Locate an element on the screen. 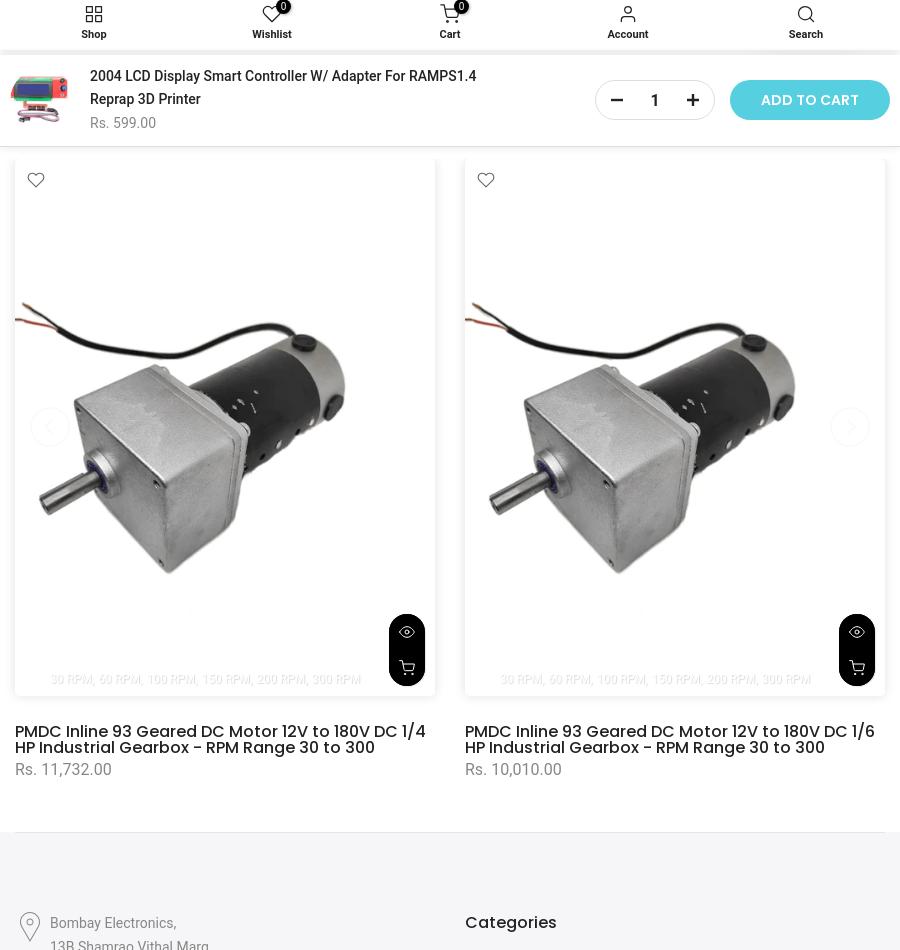  'Cart' is located at coordinates (439, 34).